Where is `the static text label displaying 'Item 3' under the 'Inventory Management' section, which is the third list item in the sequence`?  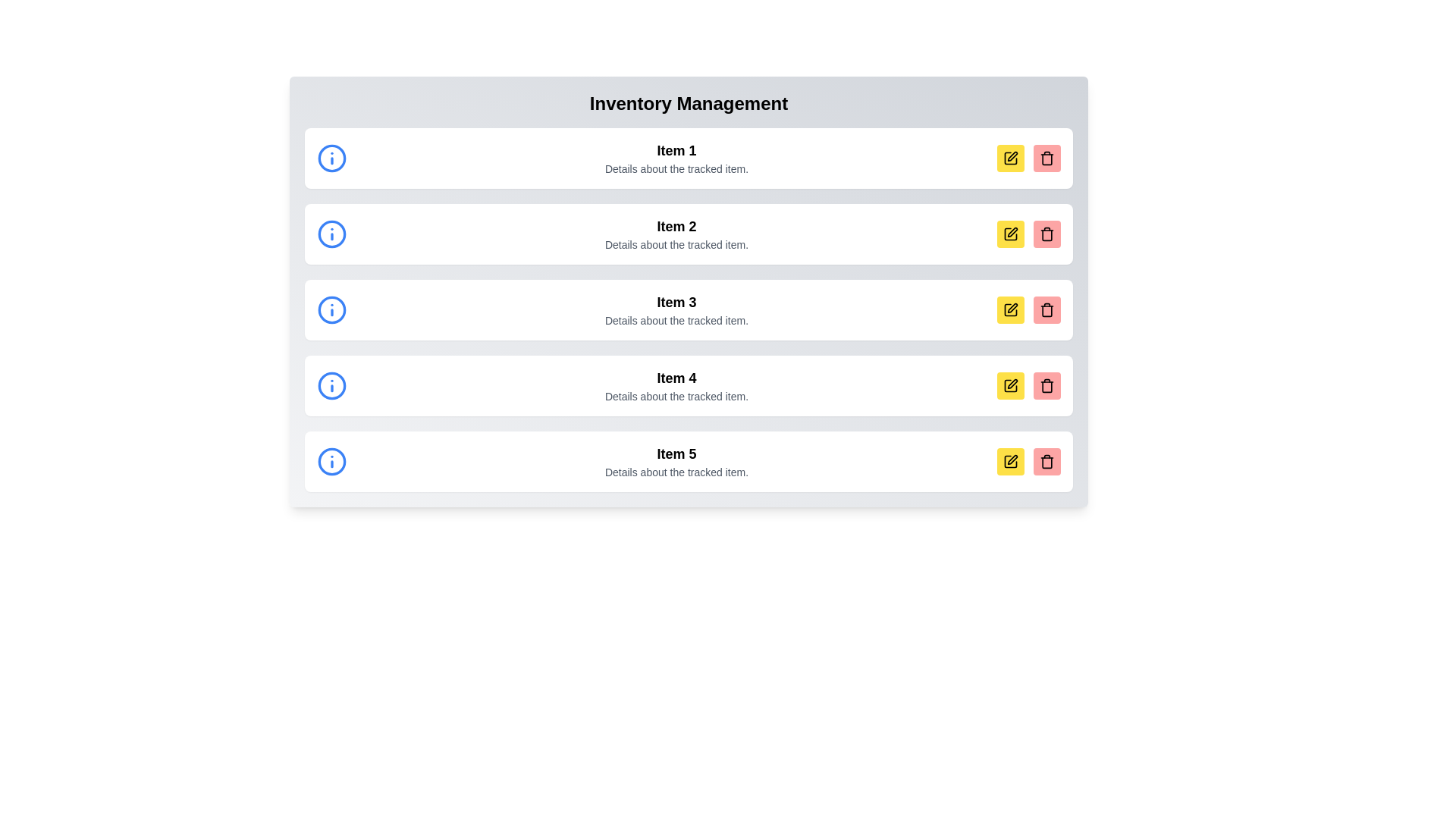 the static text label displaying 'Item 3' under the 'Inventory Management' section, which is the third list item in the sequence is located at coordinates (676, 302).